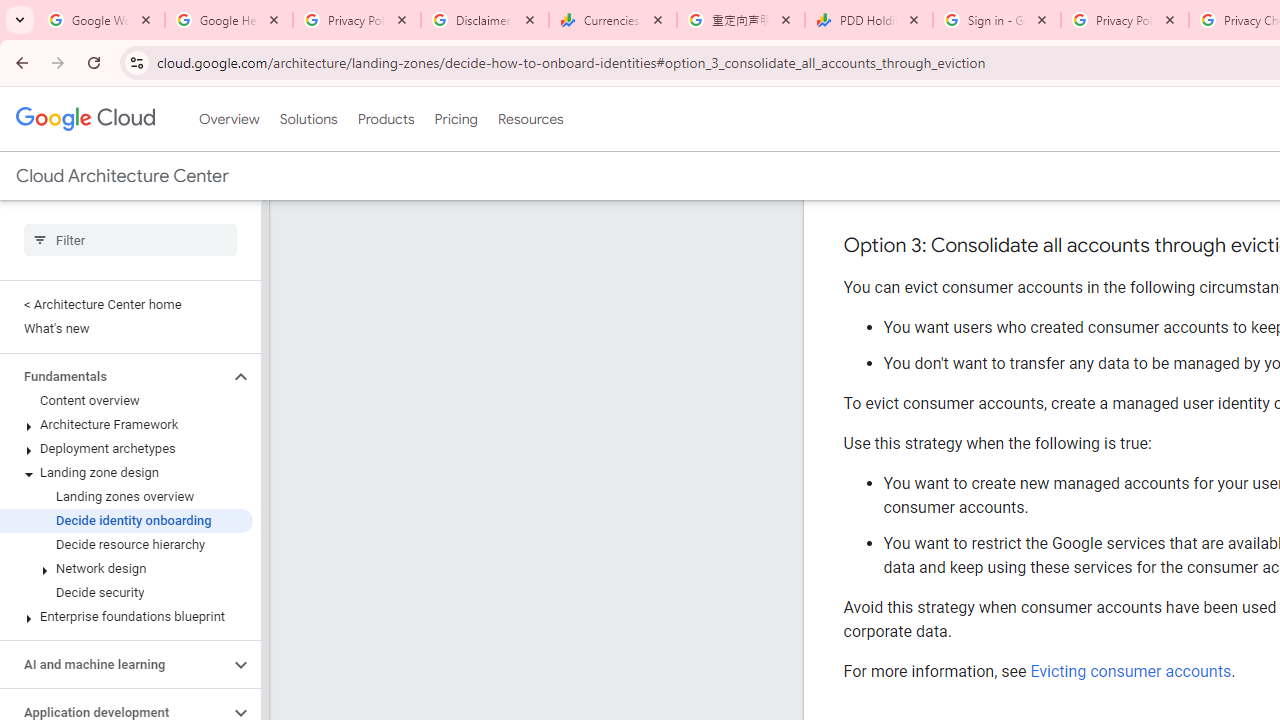 This screenshot has height=720, width=1280. I want to click on 'Content overview', so click(125, 401).